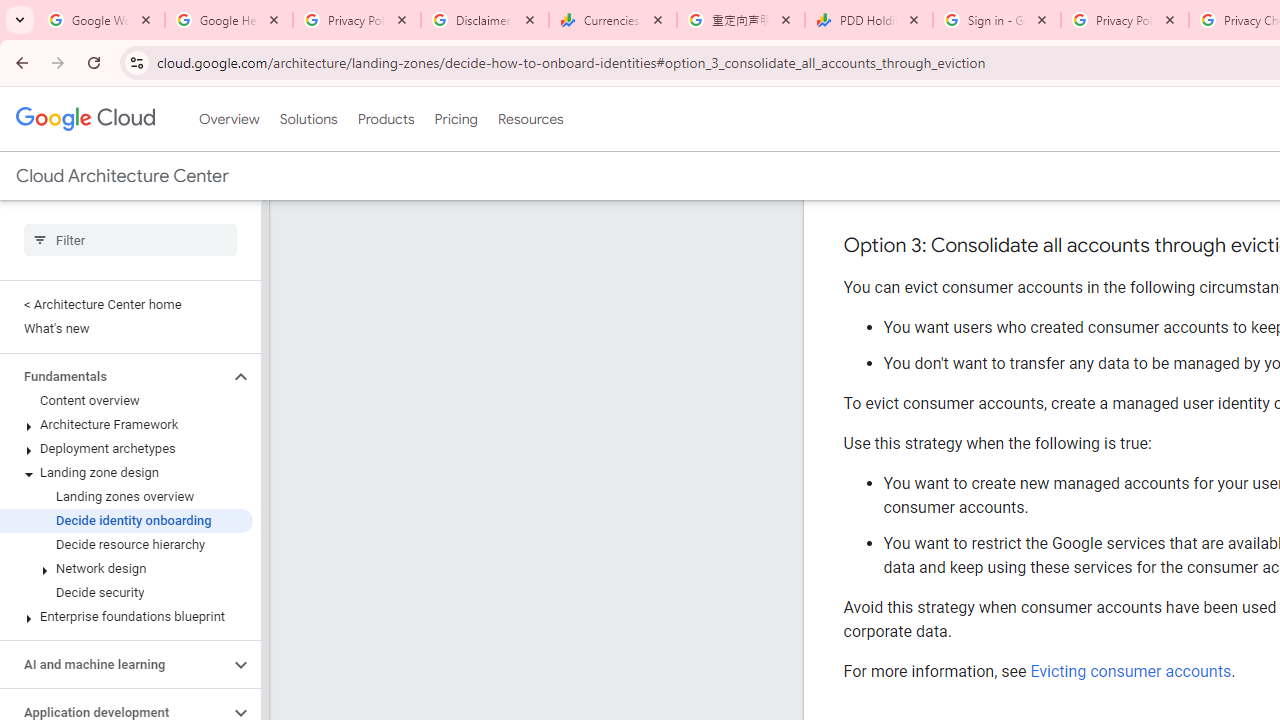 This screenshot has height=720, width=1280. I want to click on 'Content overview', so click(125, 401).